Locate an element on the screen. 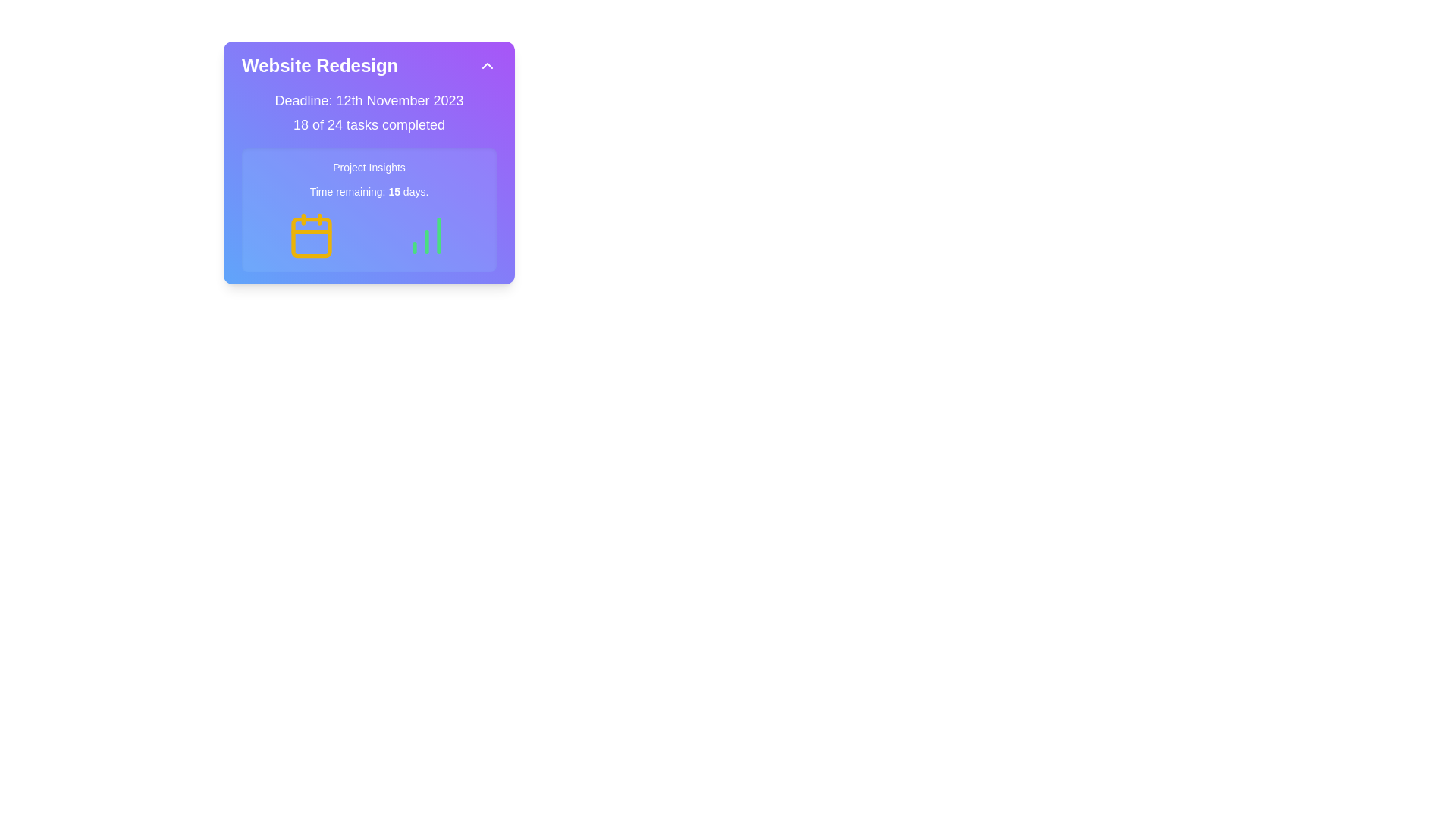 The width and height of the screenshot is (1456, 819). the Text Label that informs the user about the remaining time for the task or project duration, located in the 'Project Insights' section, centrally aligned below the section header is located at coordinates (369, 191).